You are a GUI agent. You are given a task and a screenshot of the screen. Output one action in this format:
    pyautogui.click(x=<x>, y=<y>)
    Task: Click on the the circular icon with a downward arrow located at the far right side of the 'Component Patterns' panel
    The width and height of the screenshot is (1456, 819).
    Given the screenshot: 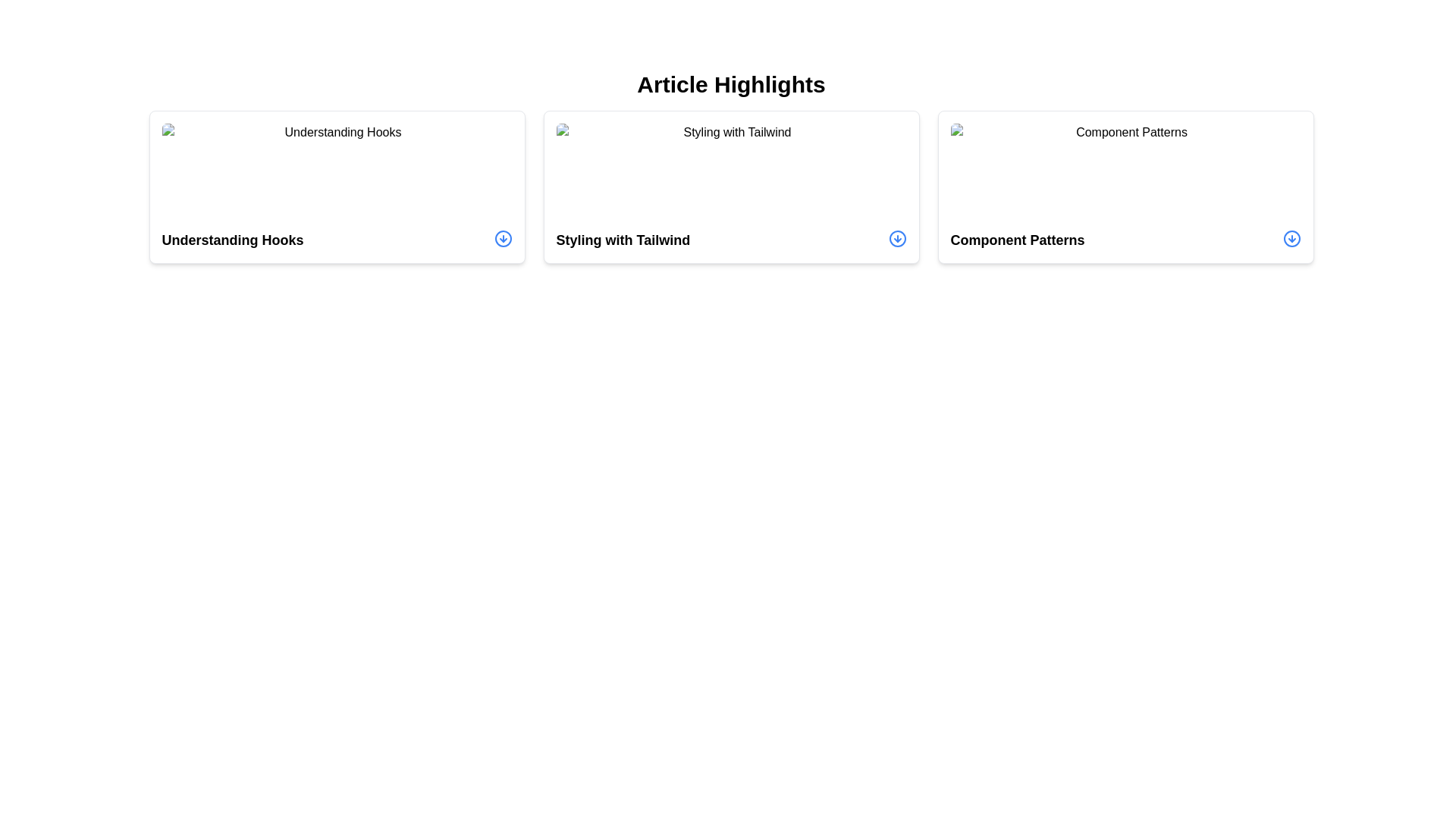 What is the action you would take?
    pyautogui.click(x=1291, y=239)
    